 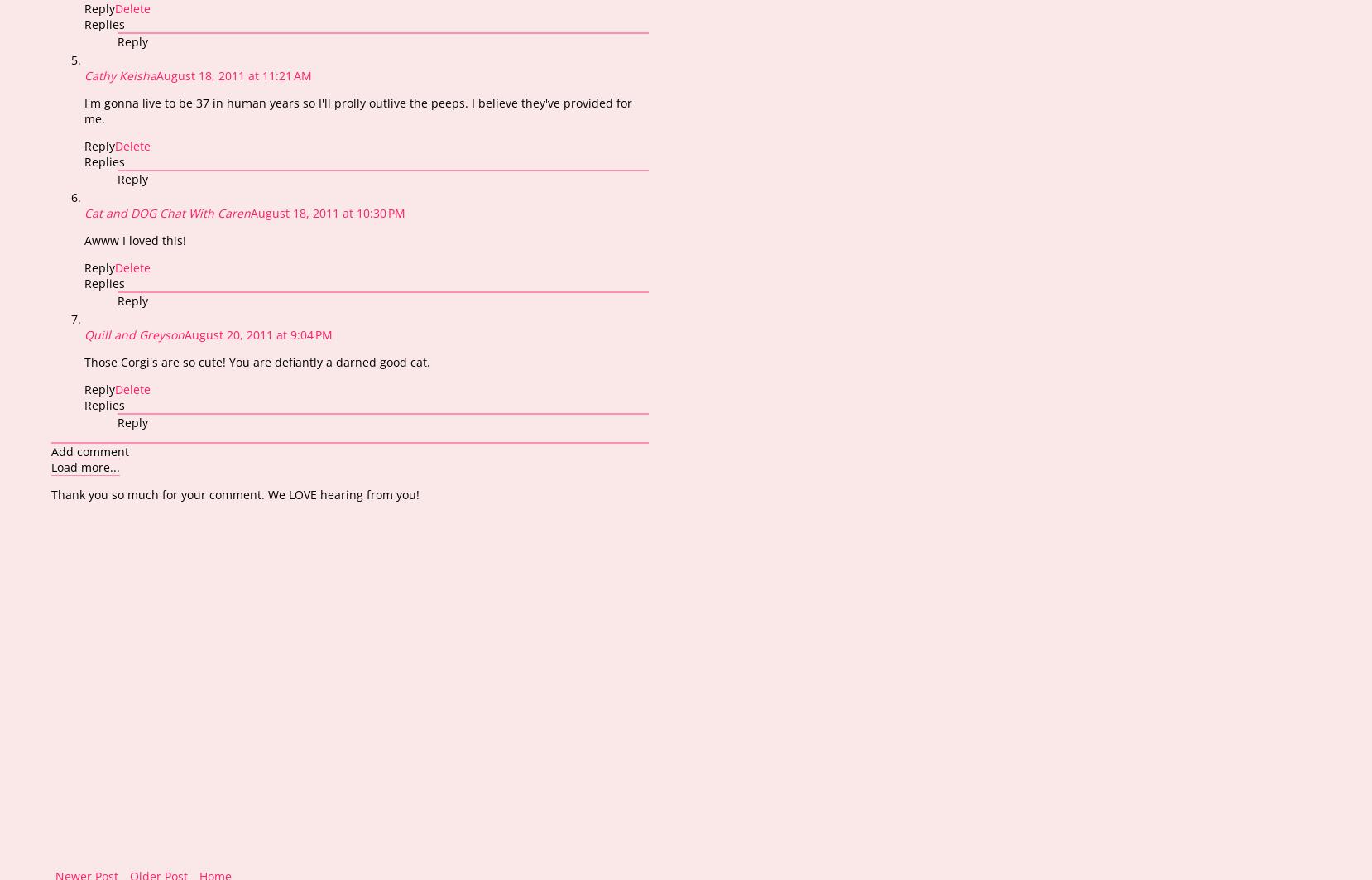 I want to click on 'Quill and Greyson', so click(x=134, y=334).